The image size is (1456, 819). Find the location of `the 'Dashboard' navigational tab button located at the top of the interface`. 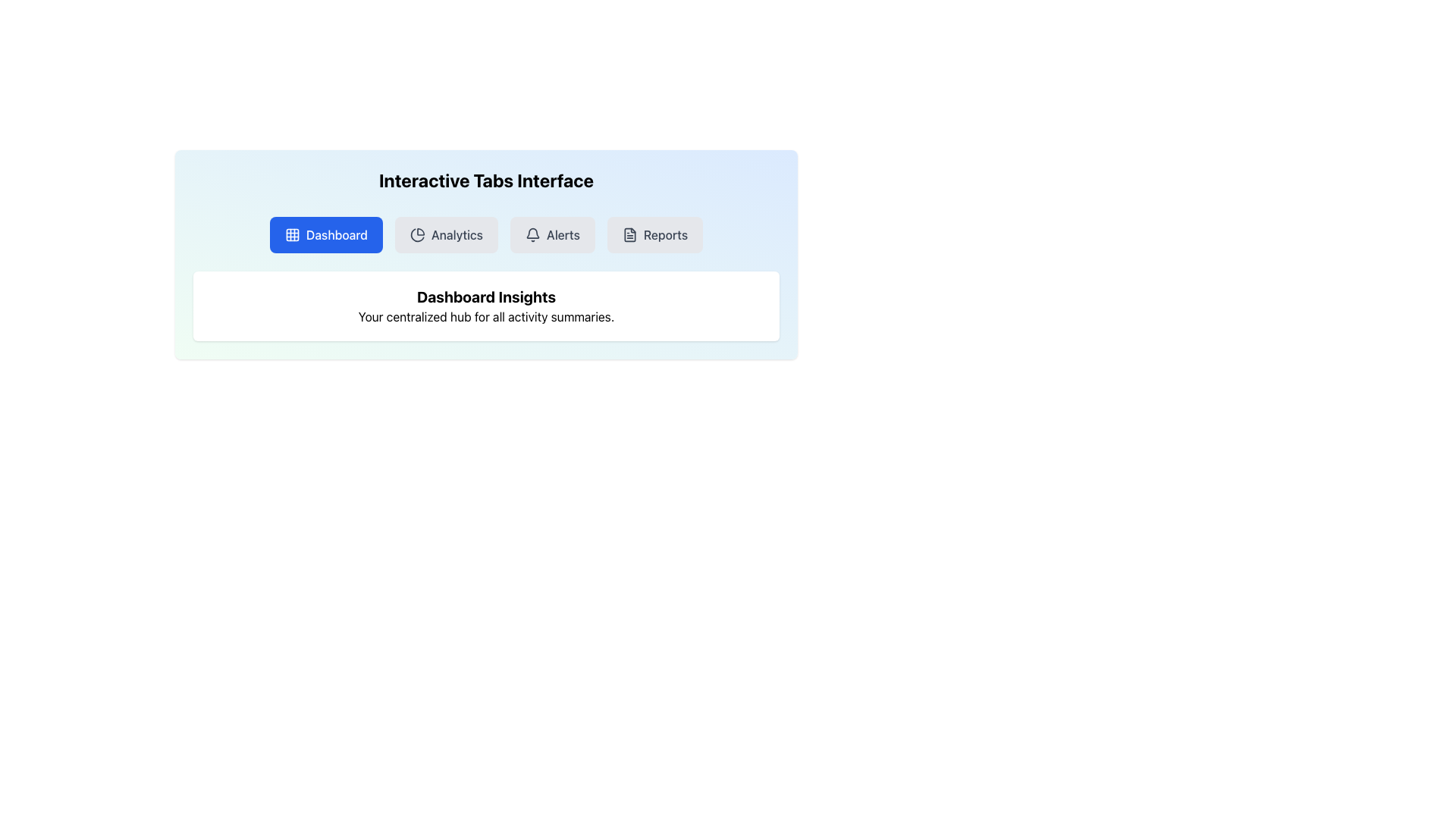

the 'Dashboard' navigational tab button located at the top of the interface is located at coordinates (325, 234).